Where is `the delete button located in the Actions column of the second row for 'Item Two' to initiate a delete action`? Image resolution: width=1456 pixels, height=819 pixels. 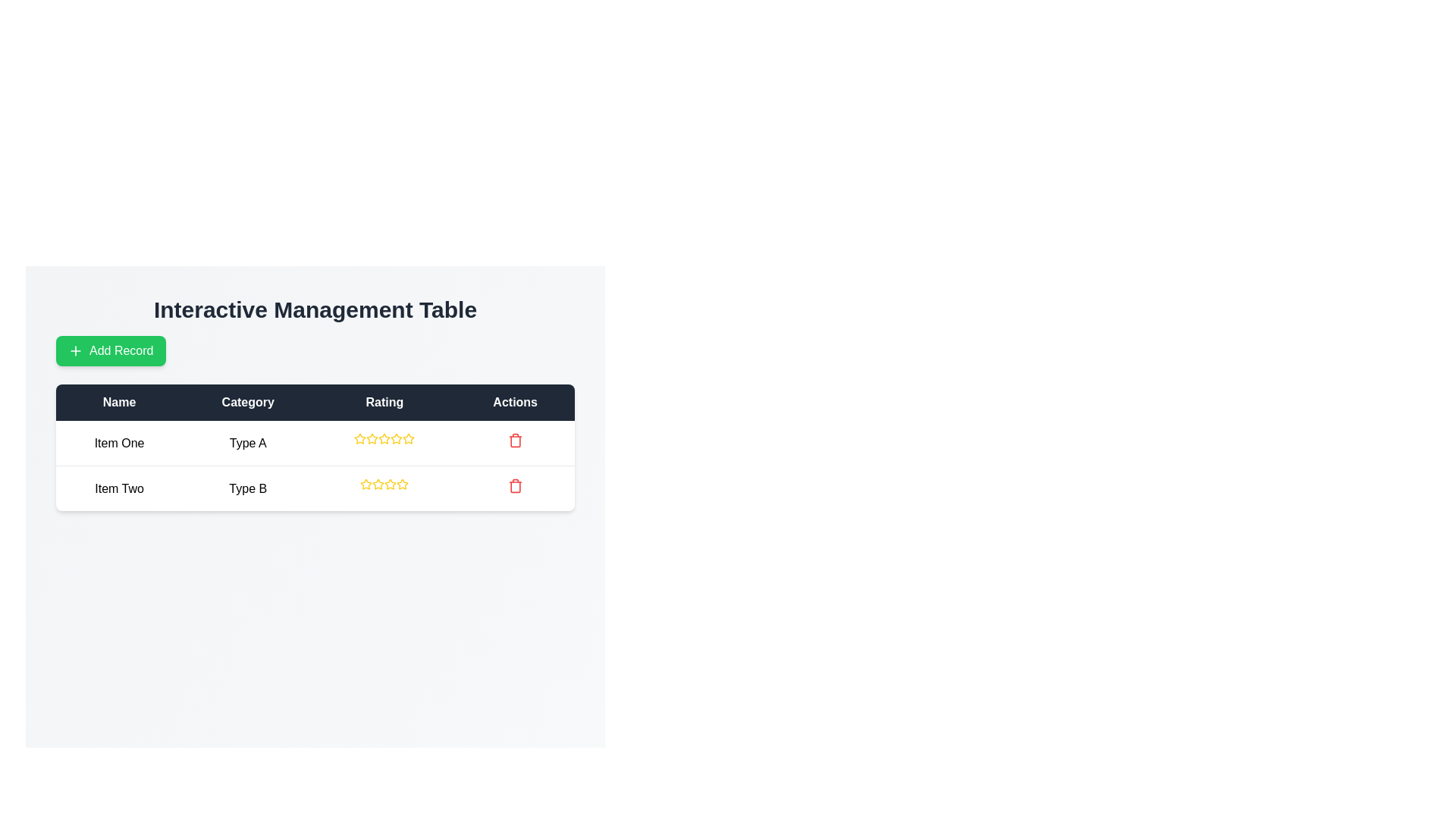
the delete button located in the Actions column of the second row for 'Item Two' to initiate a delete action is located at coordinates (515, 488).